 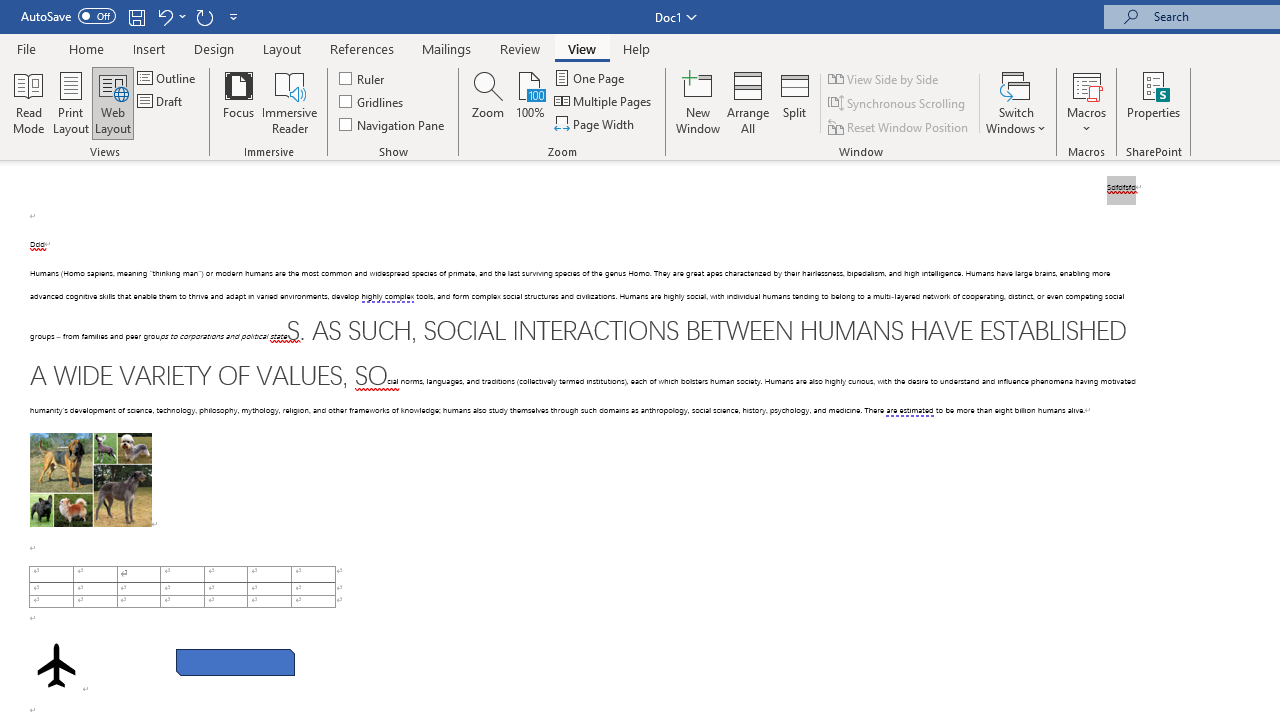 I want to click on 'One Page', so click(x=589, y=77).